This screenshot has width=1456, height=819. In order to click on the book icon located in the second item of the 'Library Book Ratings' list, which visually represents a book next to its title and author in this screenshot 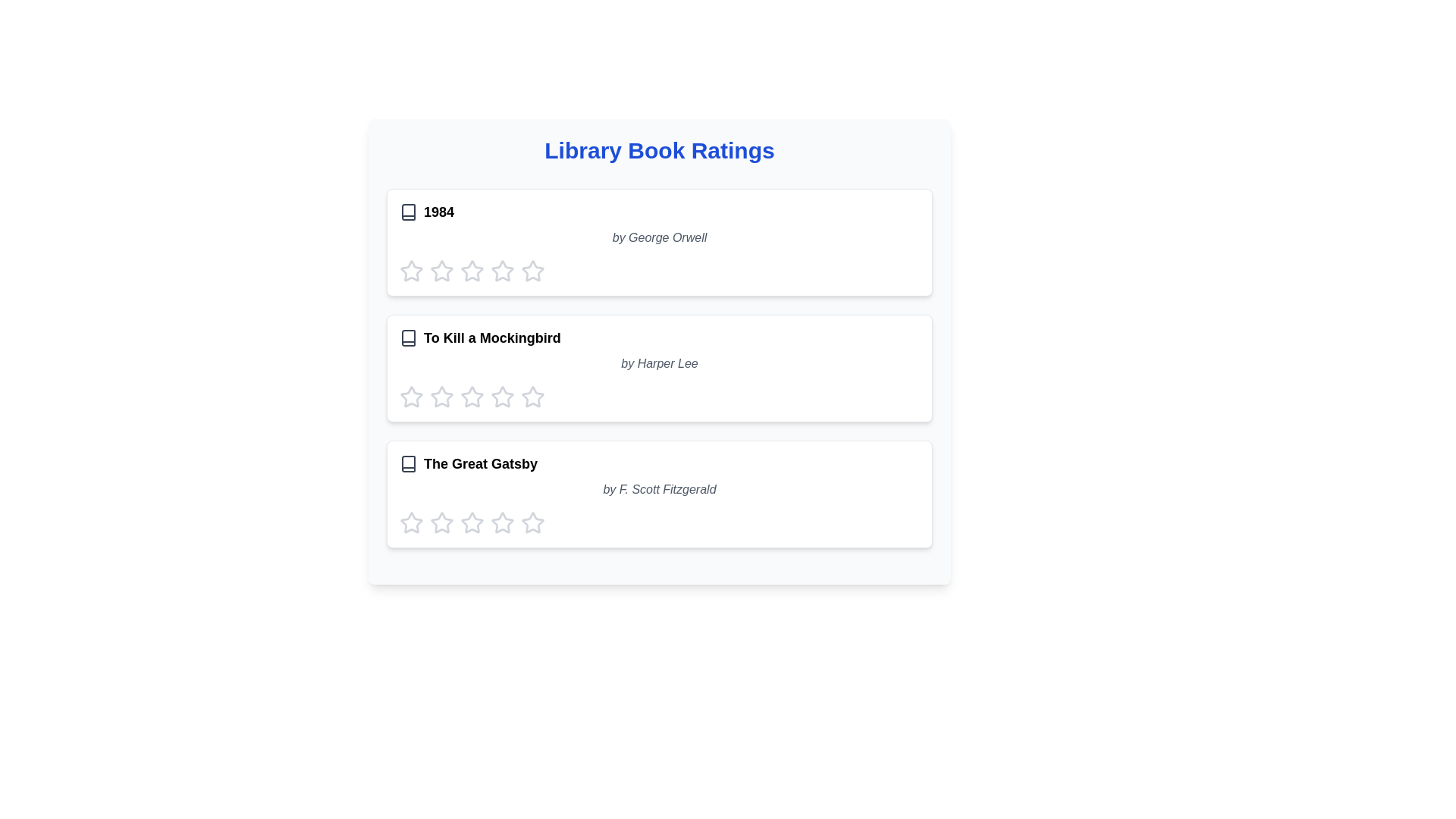, I will do `click(408, 337)`.